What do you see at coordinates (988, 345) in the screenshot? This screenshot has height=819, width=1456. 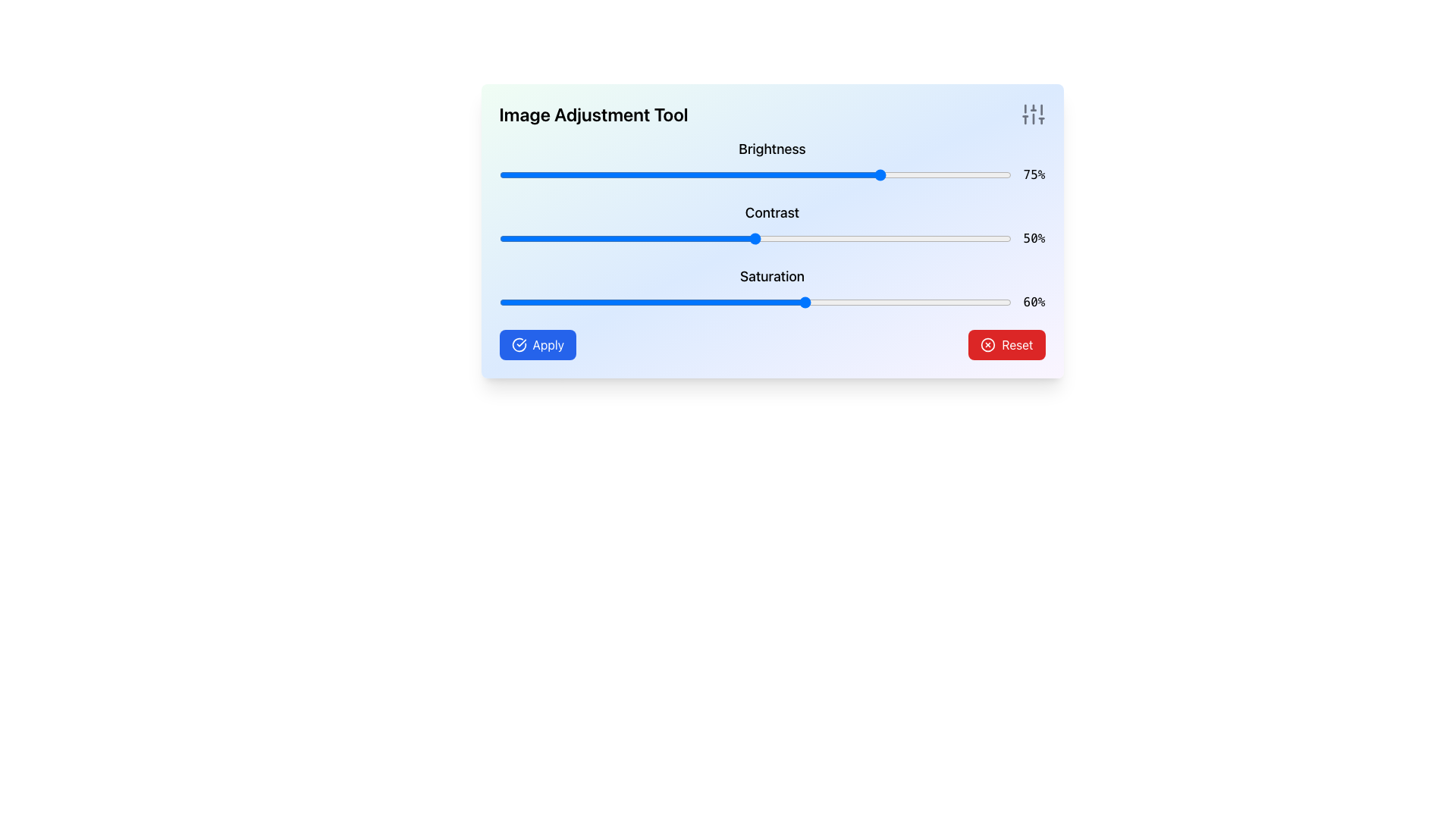 I see `the circular red icon with a white cross symbol, which indicates a cancel or reset action, located to the left of the 'Reset' text within a rectangular red button in the bottom-right corner of the interface` at bounding box center [988, 345].